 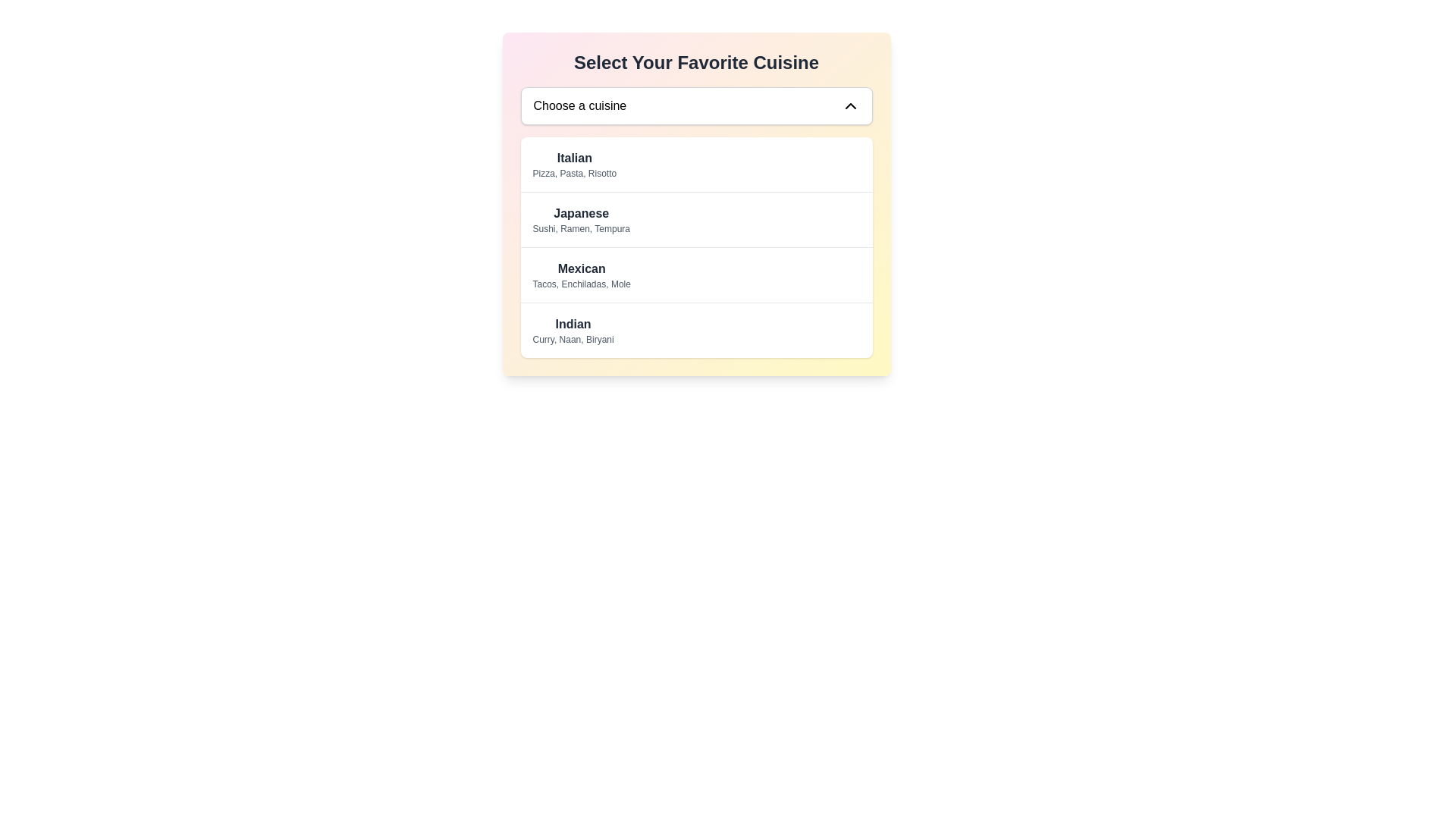 I want to click on the bold 'Japanese' text label in the dropdown menu, so click(x=580, y=213).